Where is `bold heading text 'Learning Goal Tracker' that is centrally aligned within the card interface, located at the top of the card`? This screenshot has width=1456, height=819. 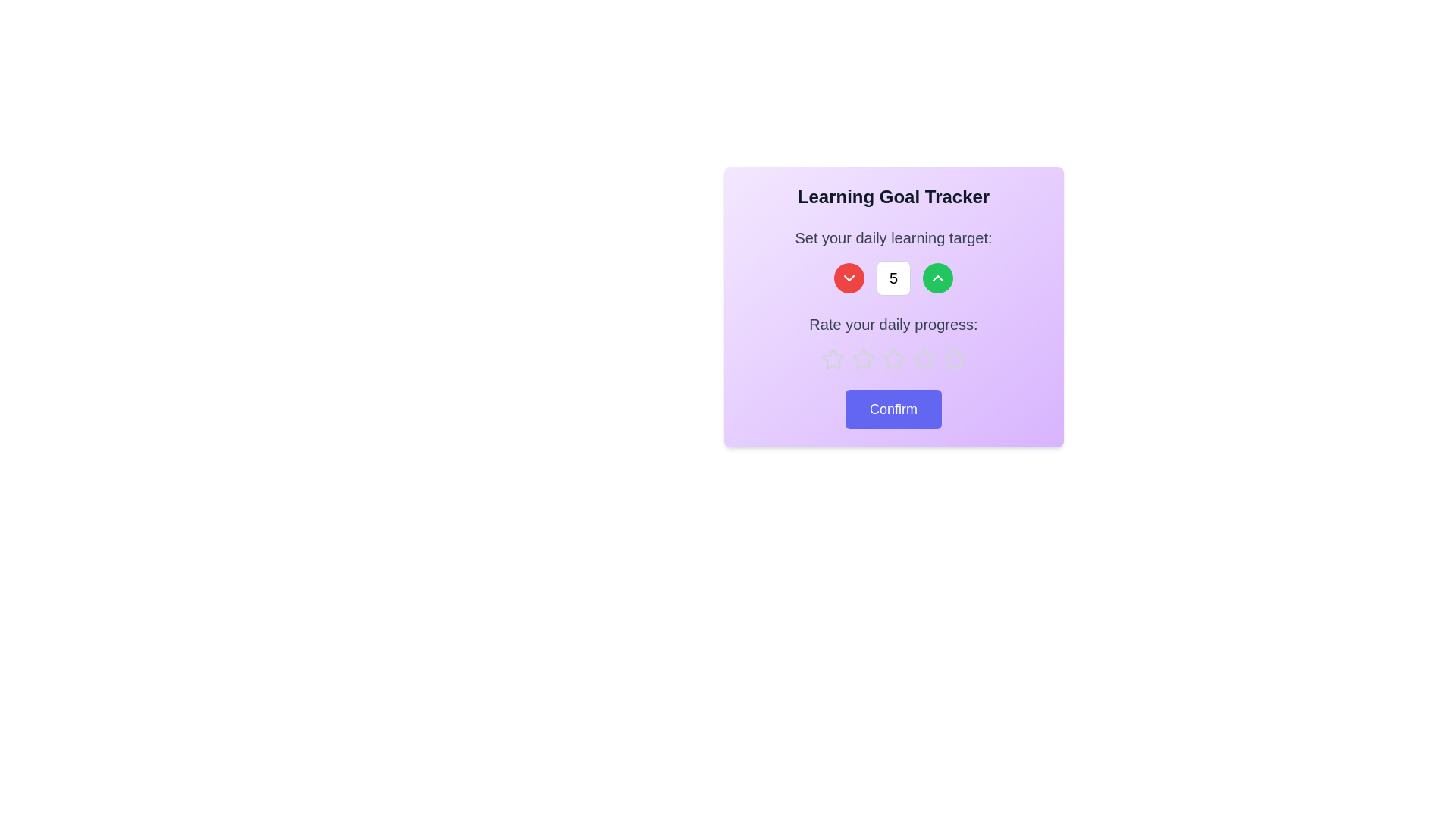 bold heading text 'Learning Goal Tracker' that is centrally aligned within the card interface, located at the top of the card is located at coordinates (893, 196).